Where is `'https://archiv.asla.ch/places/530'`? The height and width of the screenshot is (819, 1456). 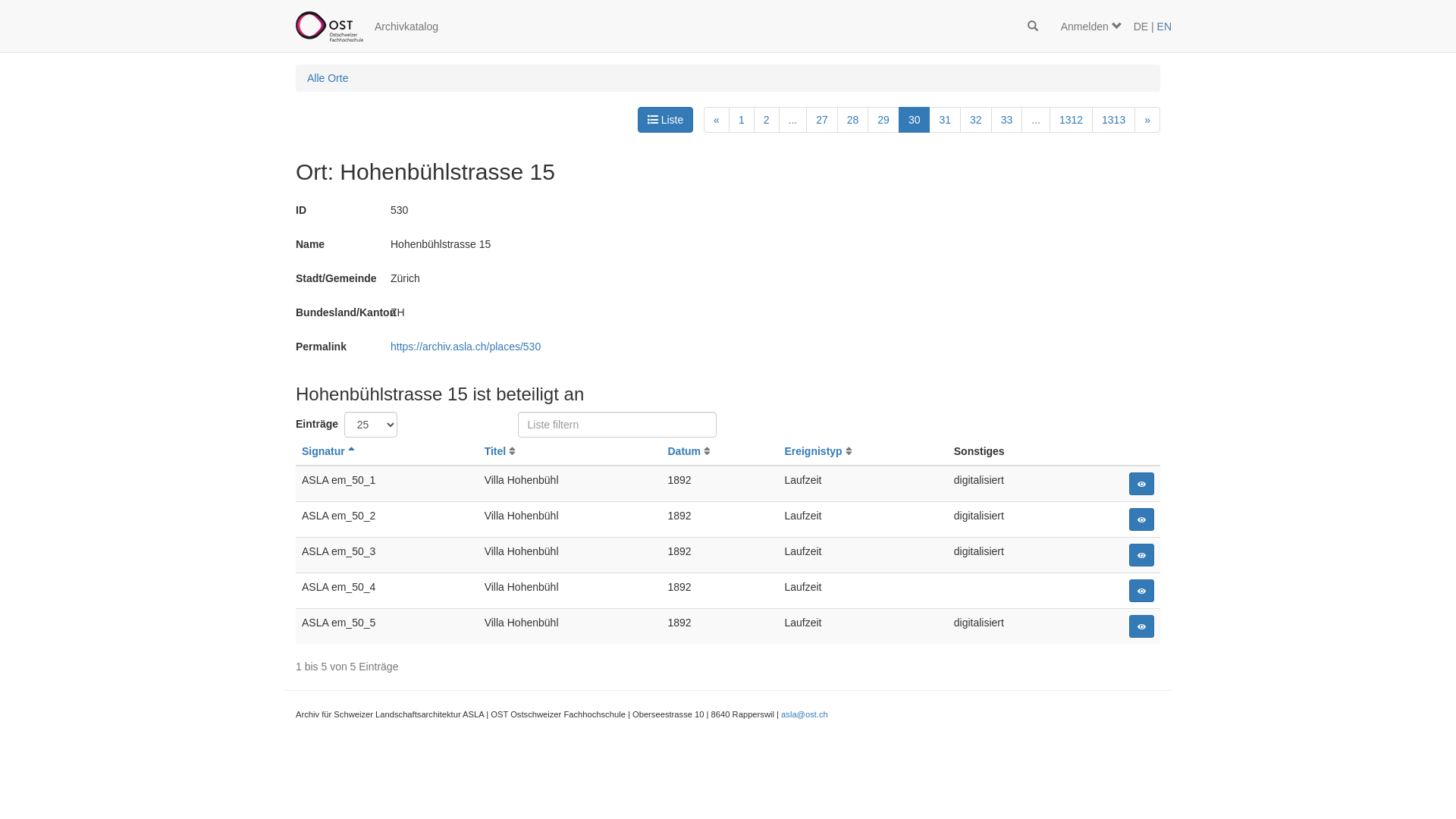
'https://archiv.asla.ch/places/530' is located at coordinates (465, 346).